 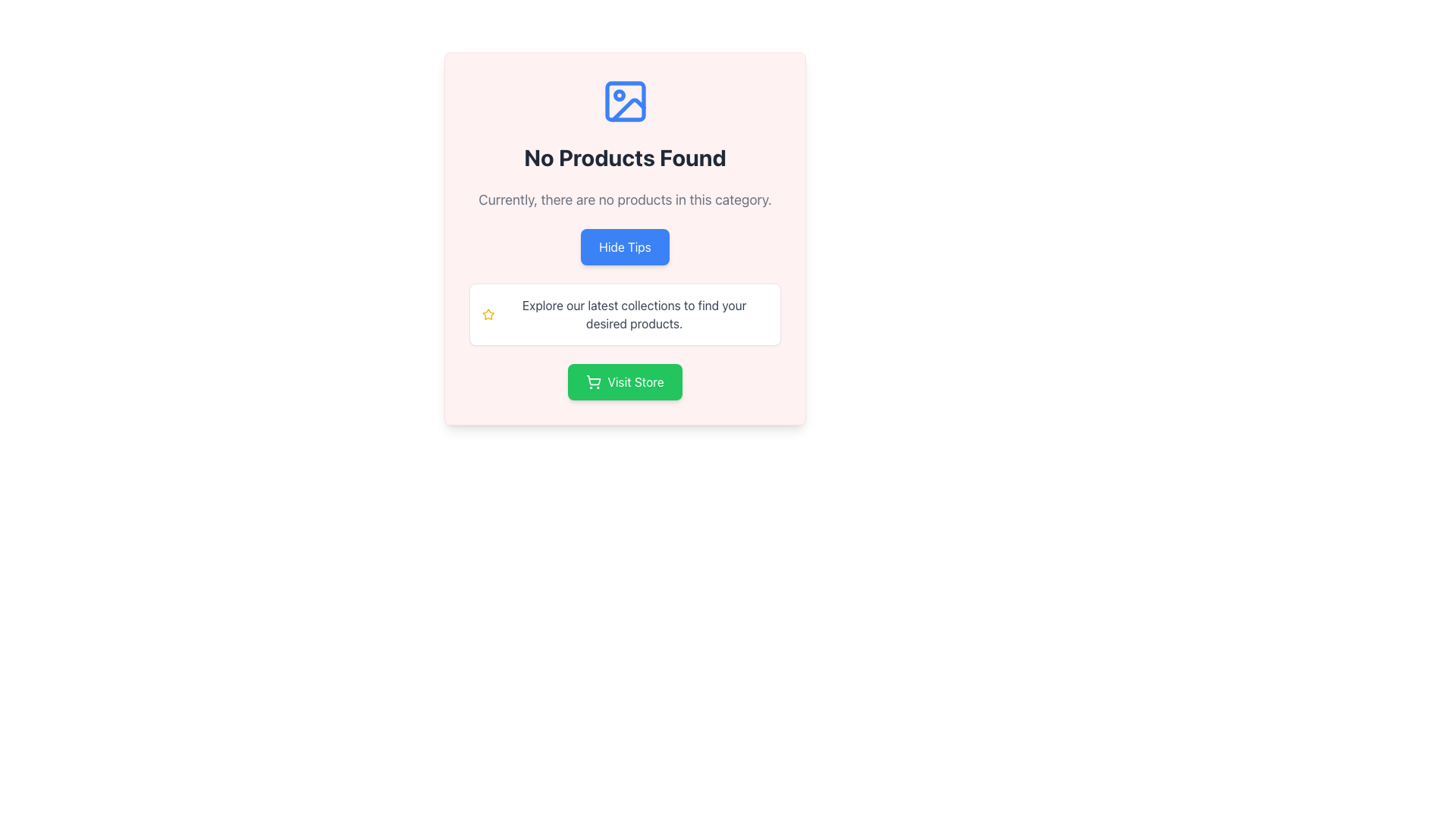 I want to click on the 'Hide Tips' button, so click(x=625, y=246).